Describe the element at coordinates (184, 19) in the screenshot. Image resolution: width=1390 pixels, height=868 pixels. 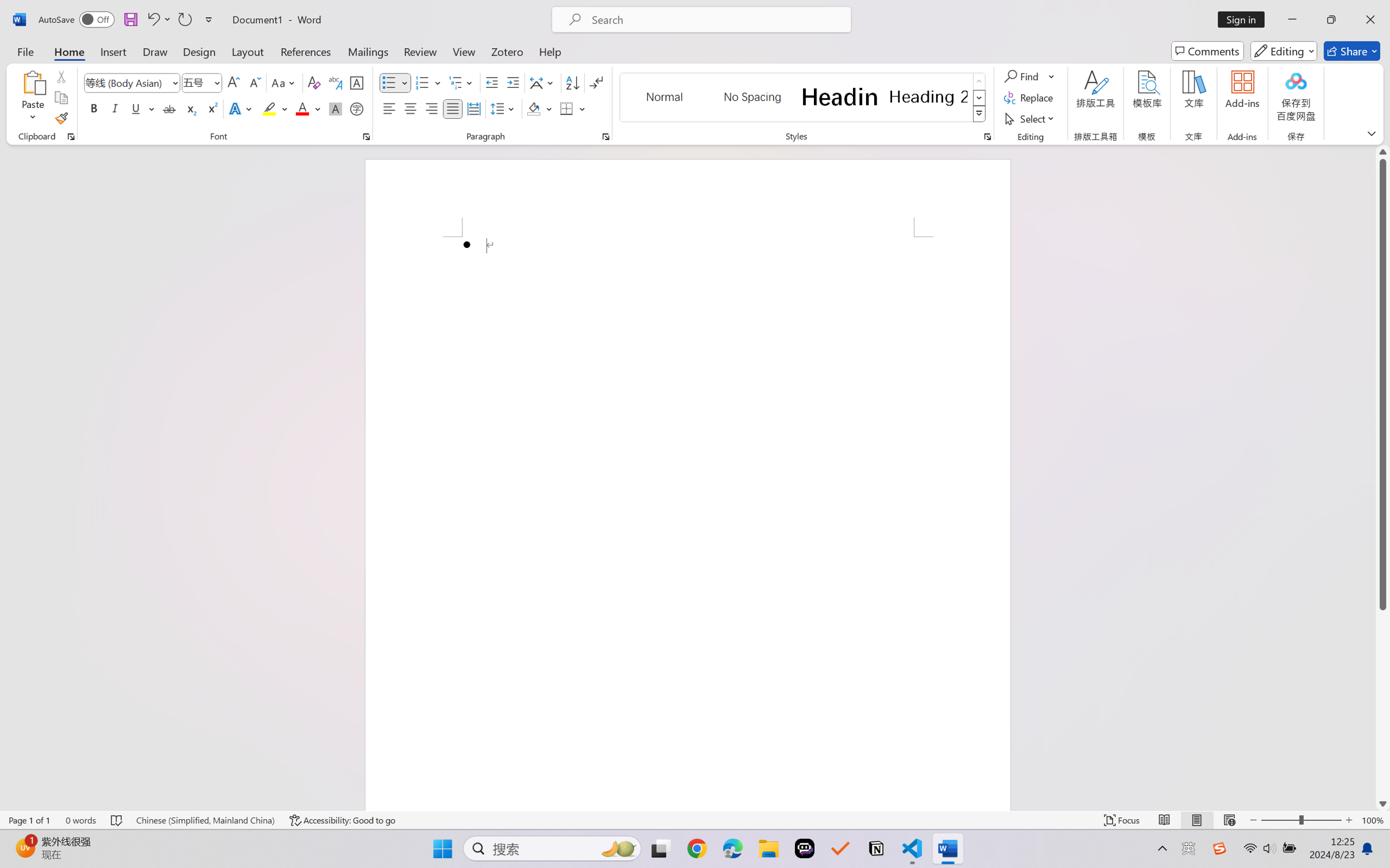
I see `'Repeat Bullet Default'` at that location.